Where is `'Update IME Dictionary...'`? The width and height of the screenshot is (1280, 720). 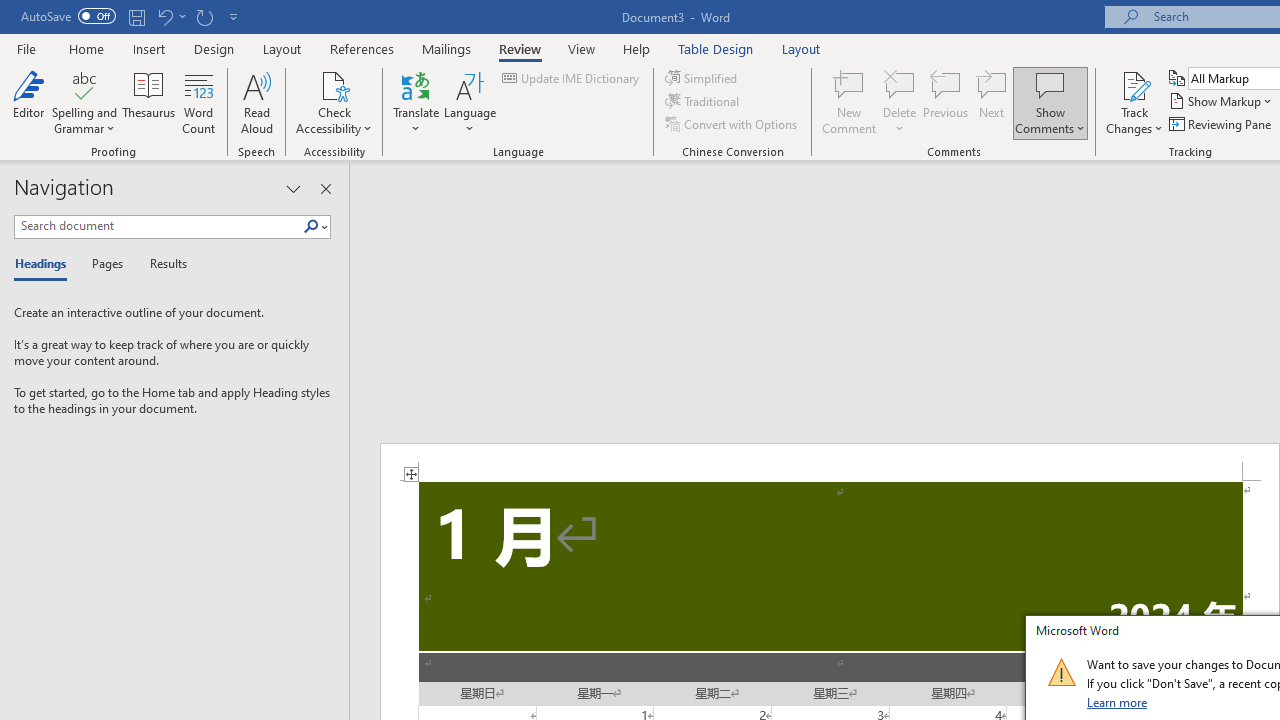
'Update IME Dictionary...' is located at coordinates (571, 77).